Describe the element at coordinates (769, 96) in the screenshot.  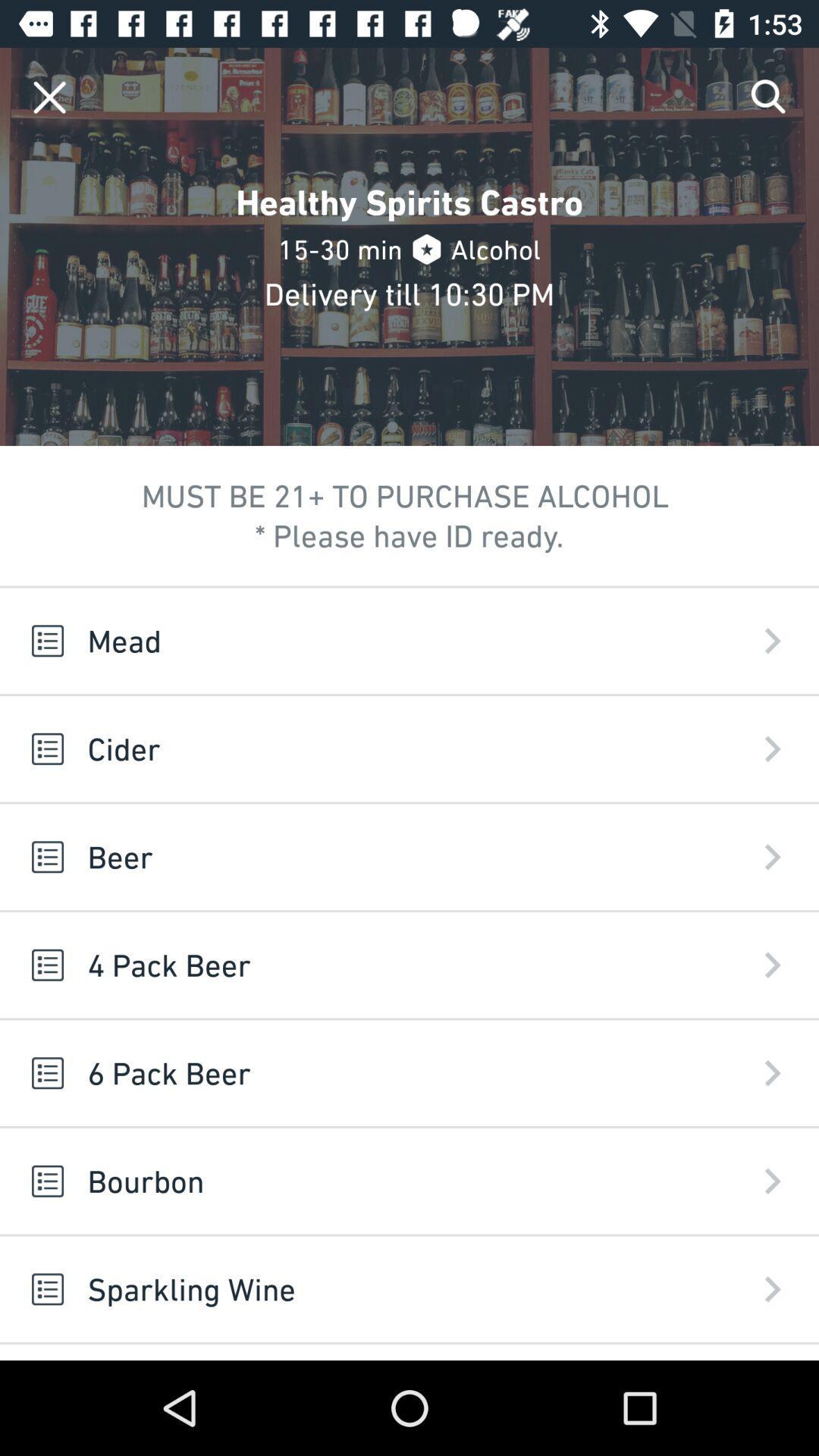
I see `click on search option` at that location.